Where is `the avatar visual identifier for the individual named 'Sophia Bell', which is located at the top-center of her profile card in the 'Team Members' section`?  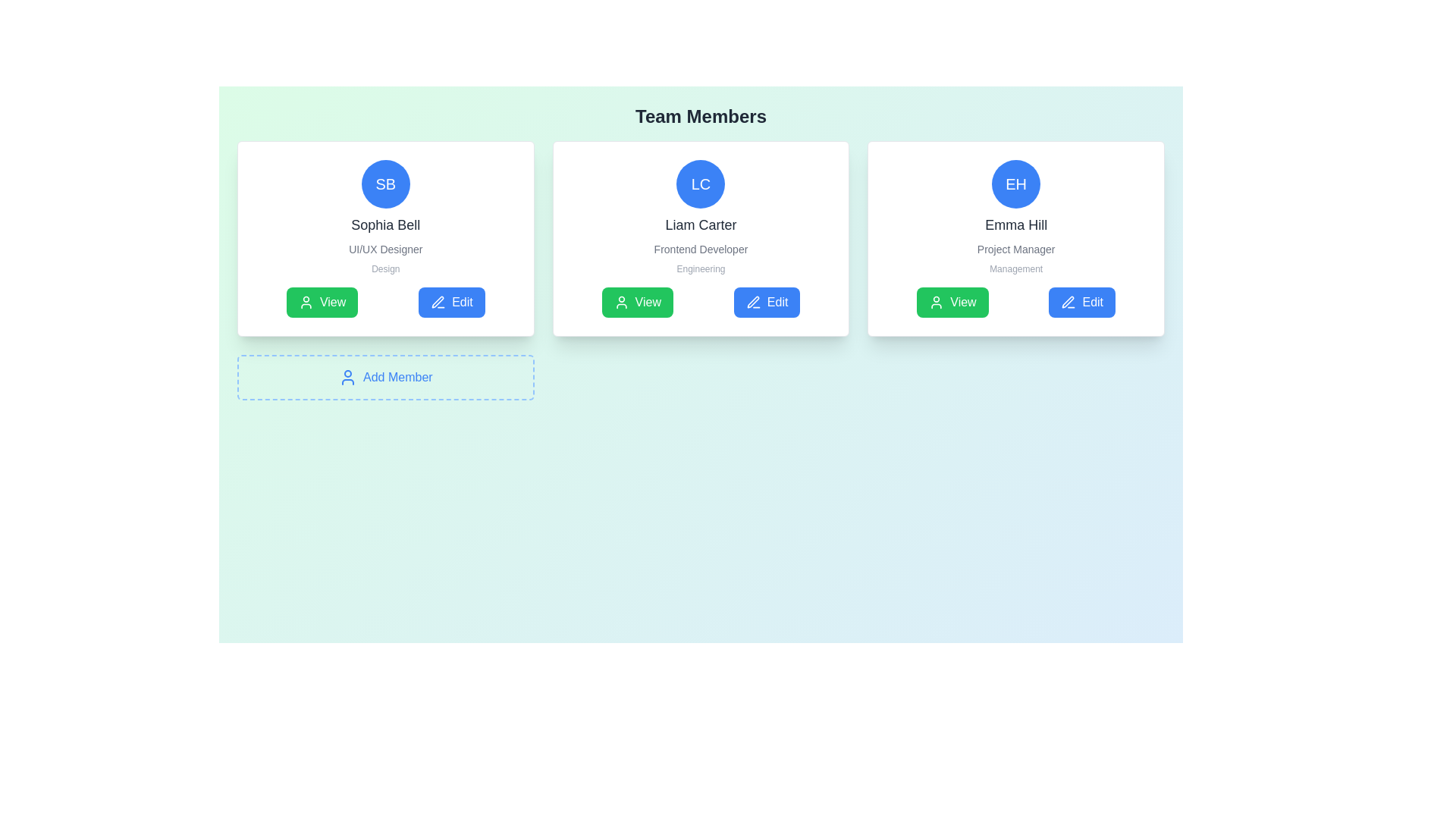
the avatar visual identifier for the individual named 'Sophia Bell', which is located at the top-center of her profile card in the 'Team Members' section is located at coordinates (385, 184).